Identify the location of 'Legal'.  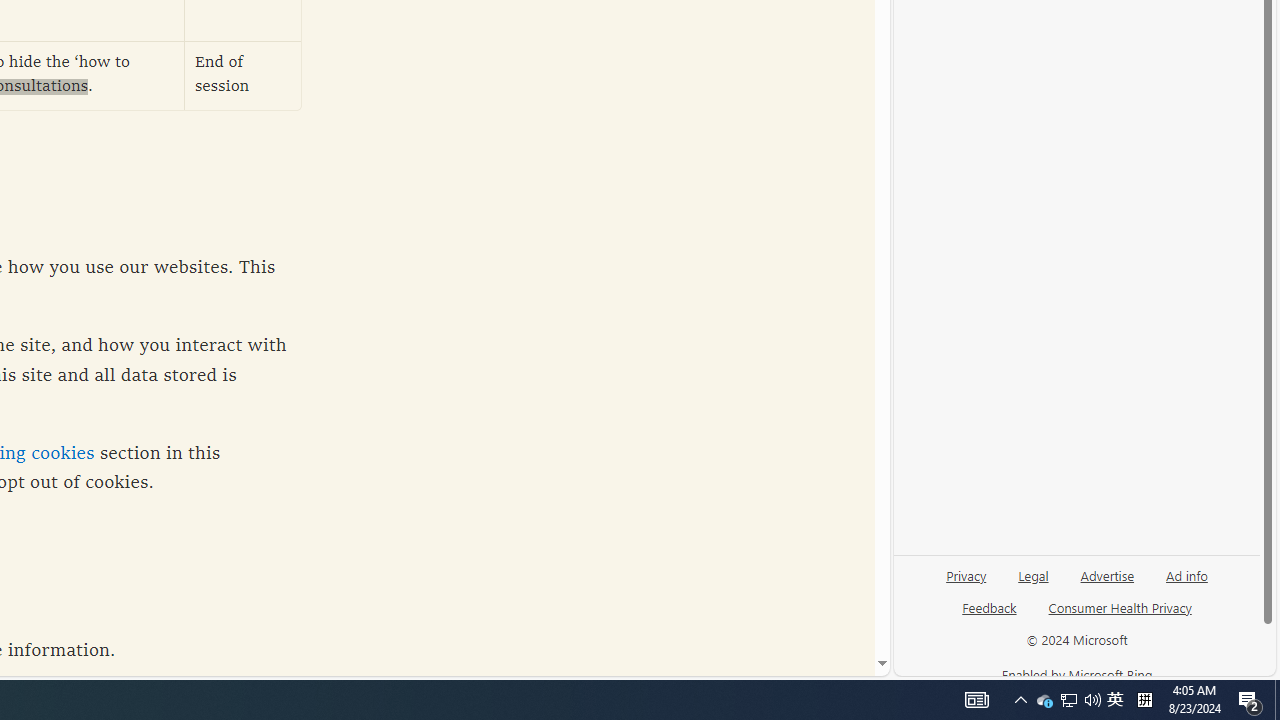
(1033, 583).